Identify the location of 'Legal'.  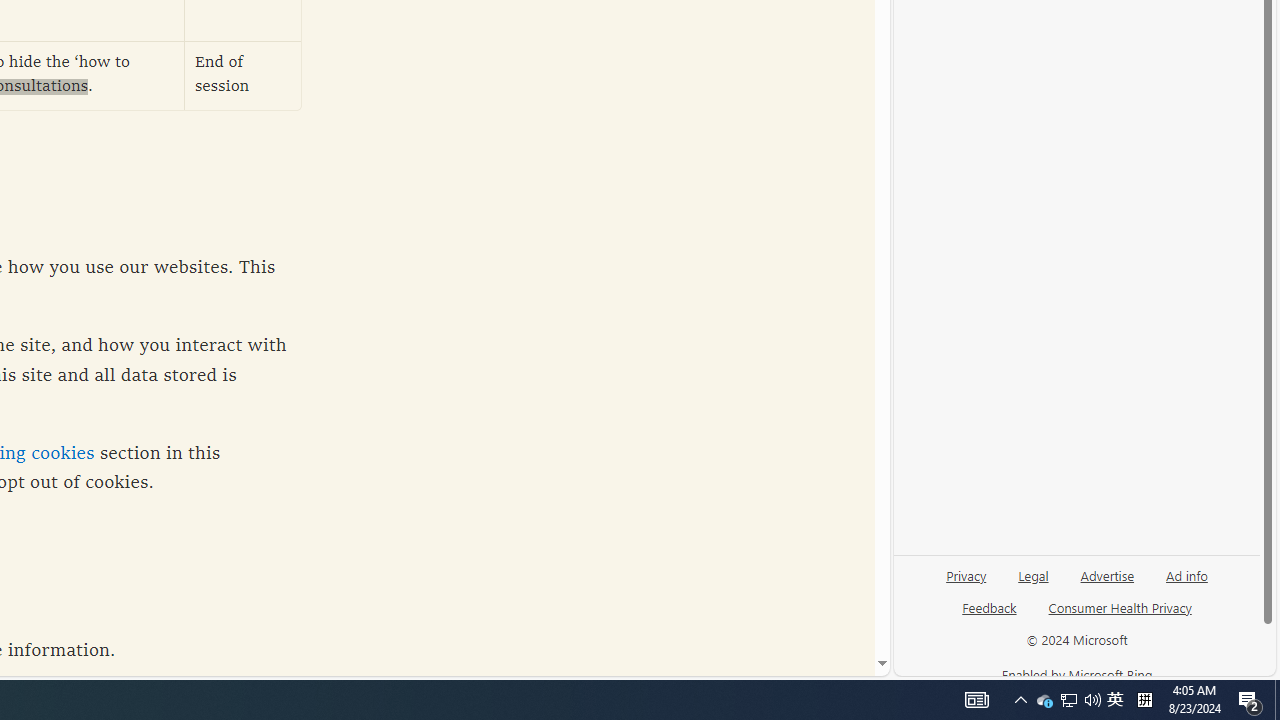
(1033, 583).